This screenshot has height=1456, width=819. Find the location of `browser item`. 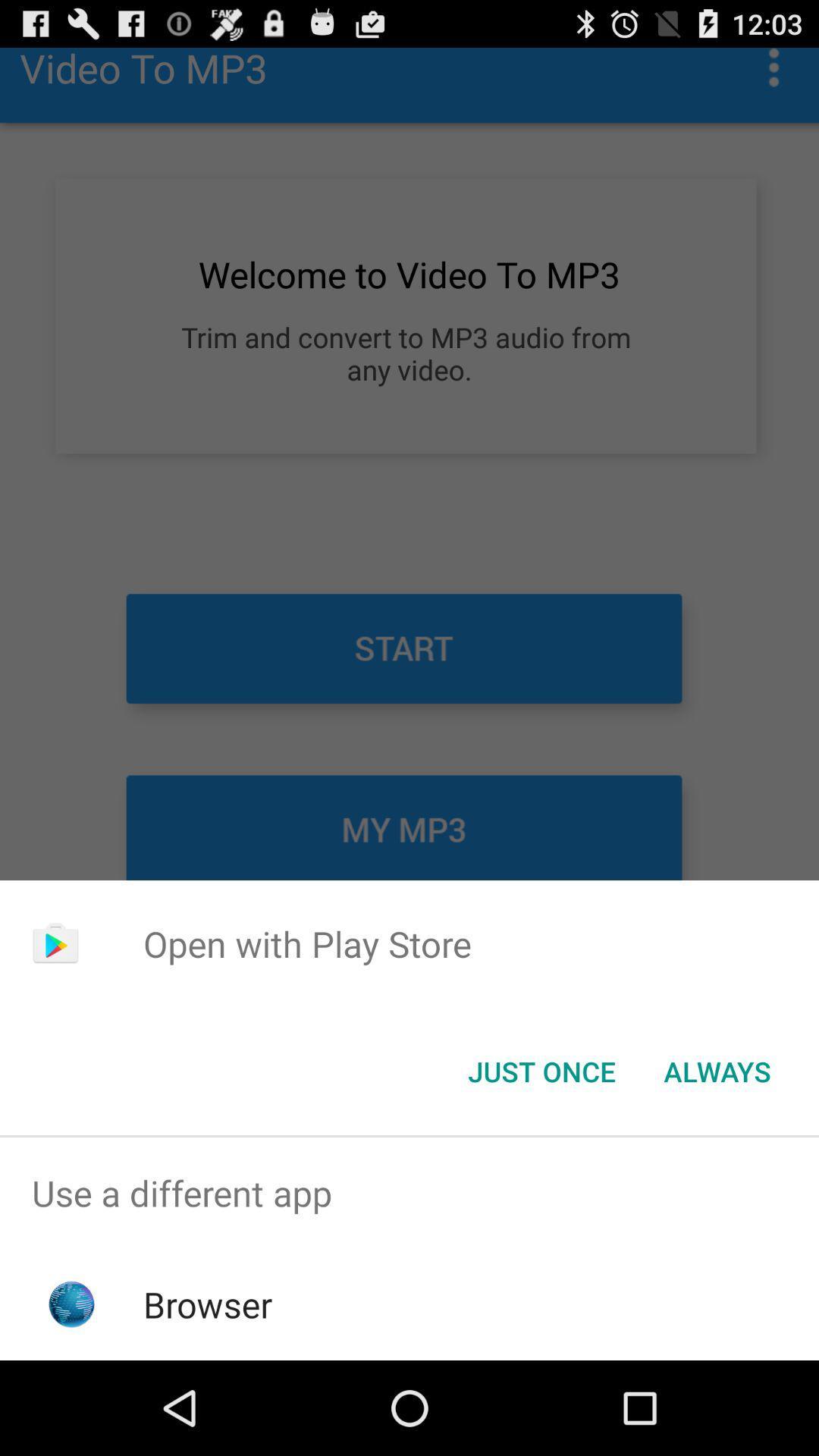

browser item is located at coordinates (208, 1304).